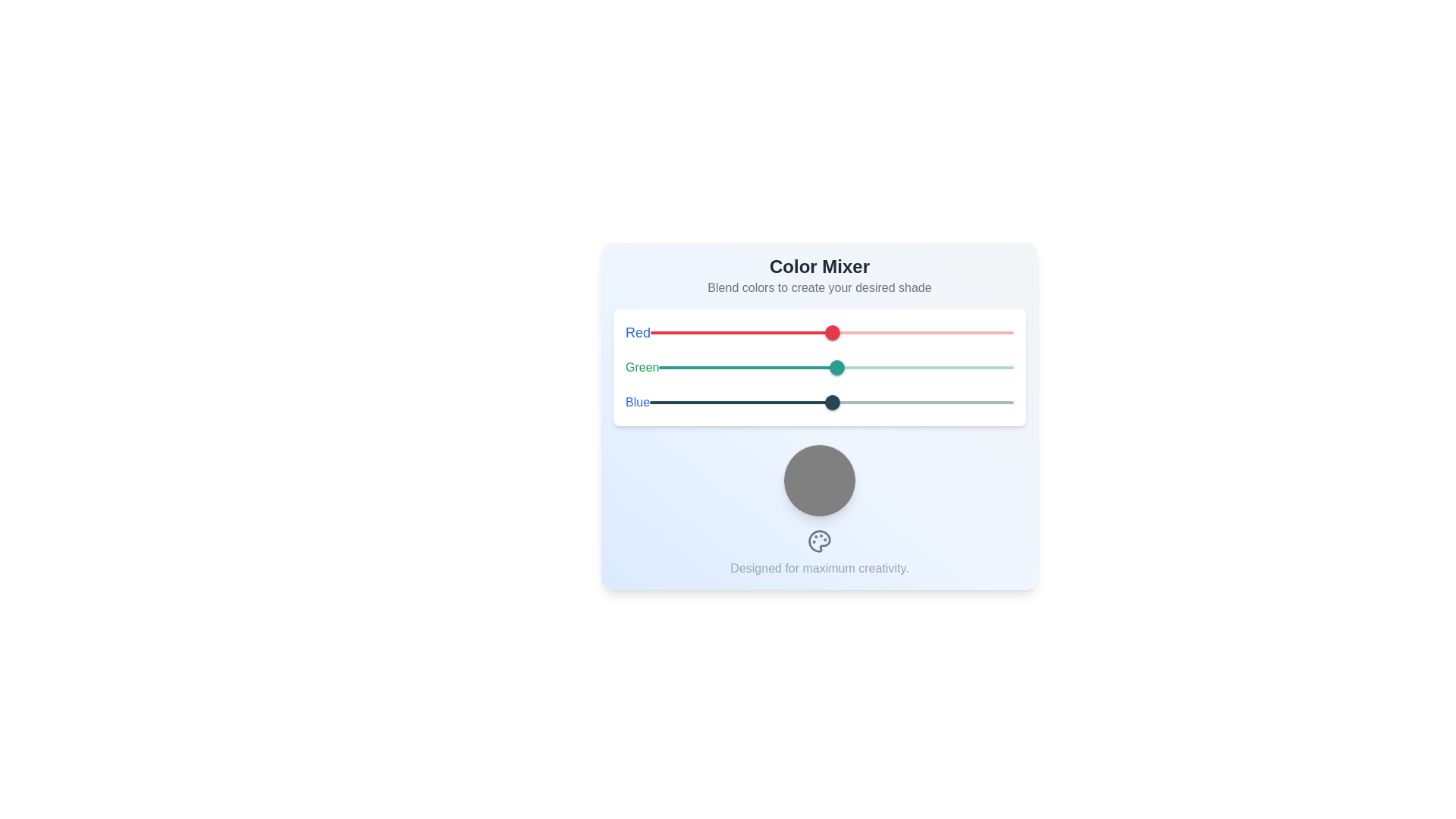  Describe the element at coordinates (855, 332) in the screenshot. I see `the red value` at that location.